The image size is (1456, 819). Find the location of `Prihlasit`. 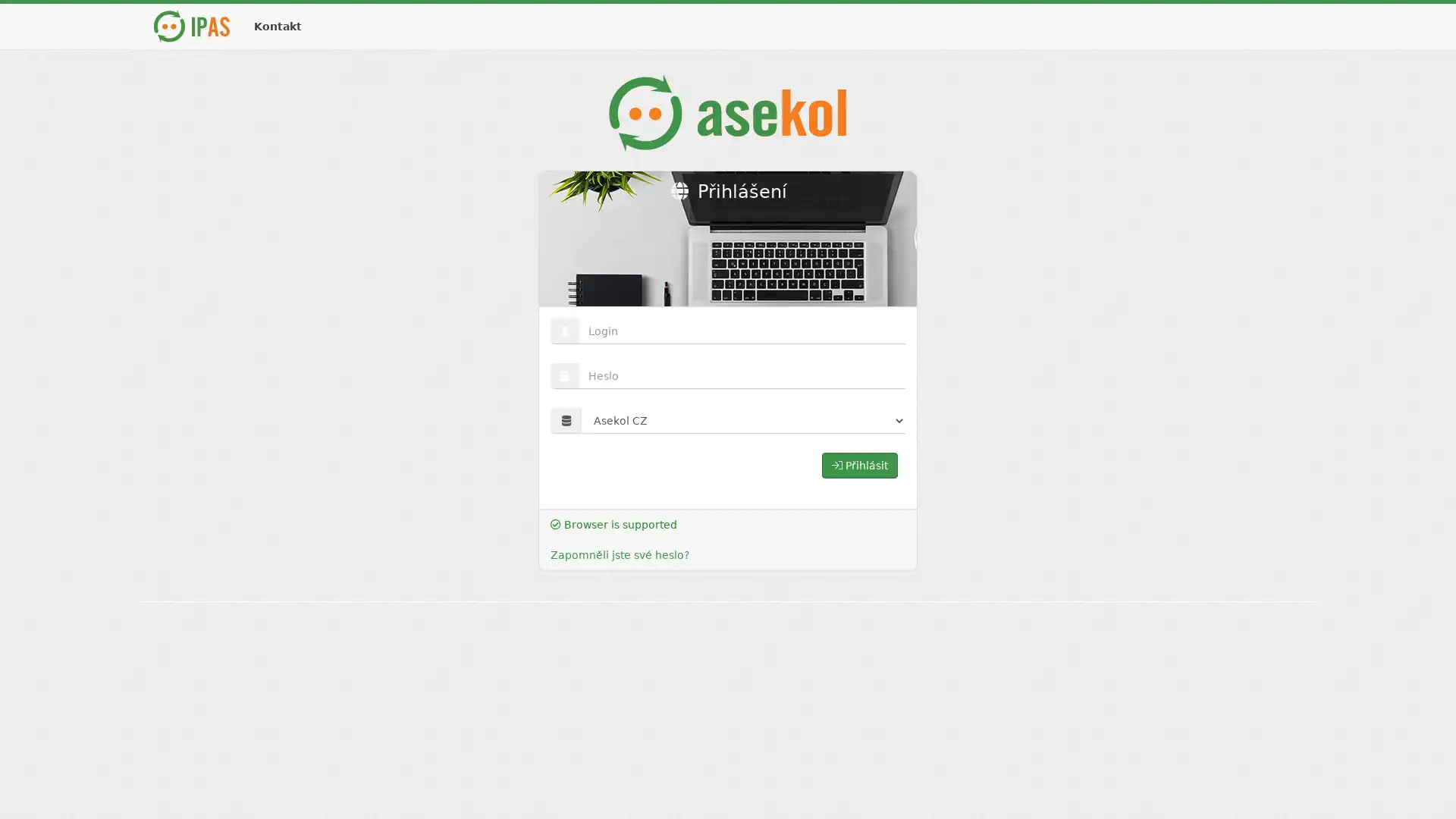

Prihlasit is located at coordinates (858, 464).